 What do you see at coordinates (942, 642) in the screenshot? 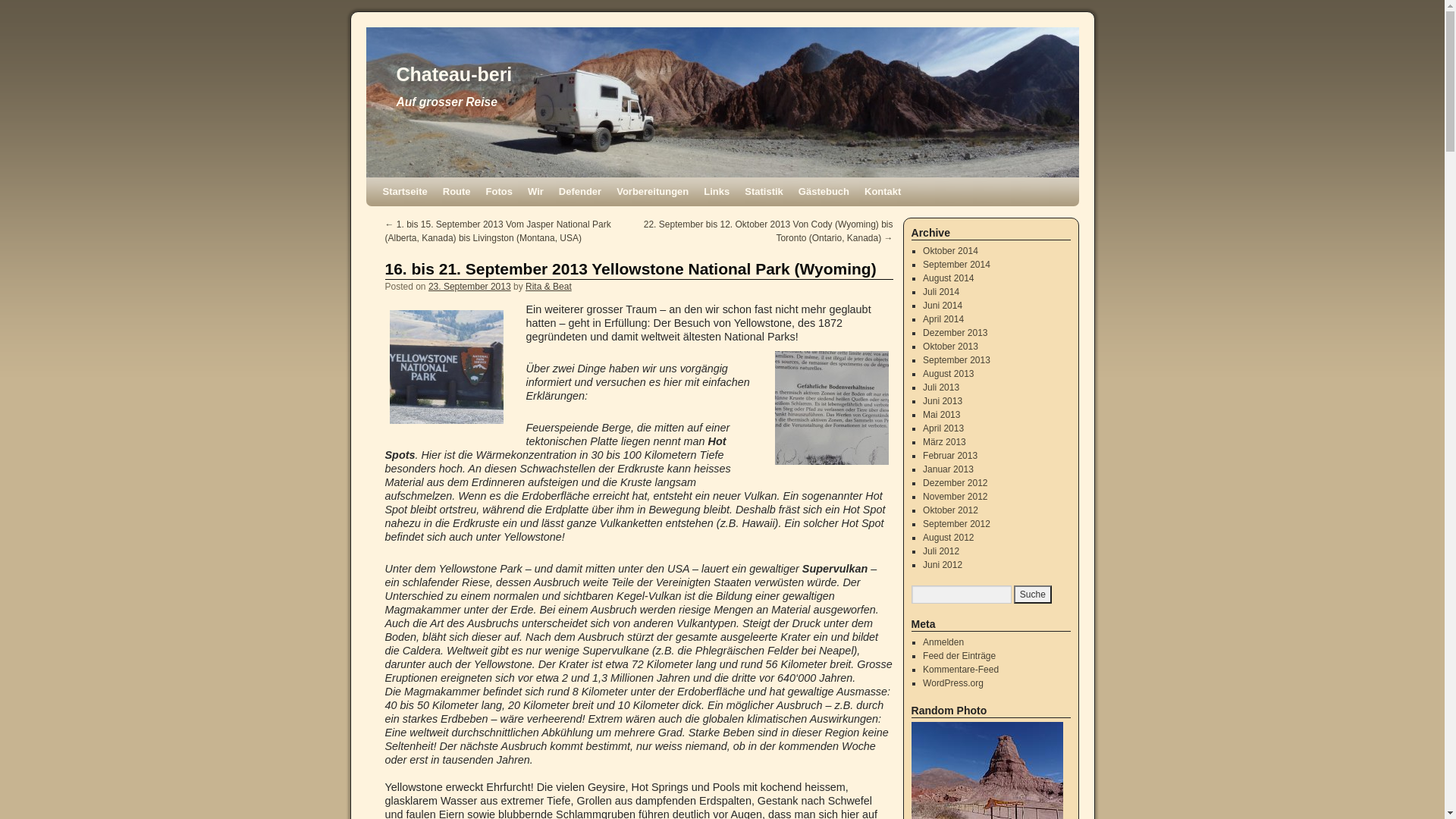
I see `'Anmelden'` at bounding box center [942, 642].